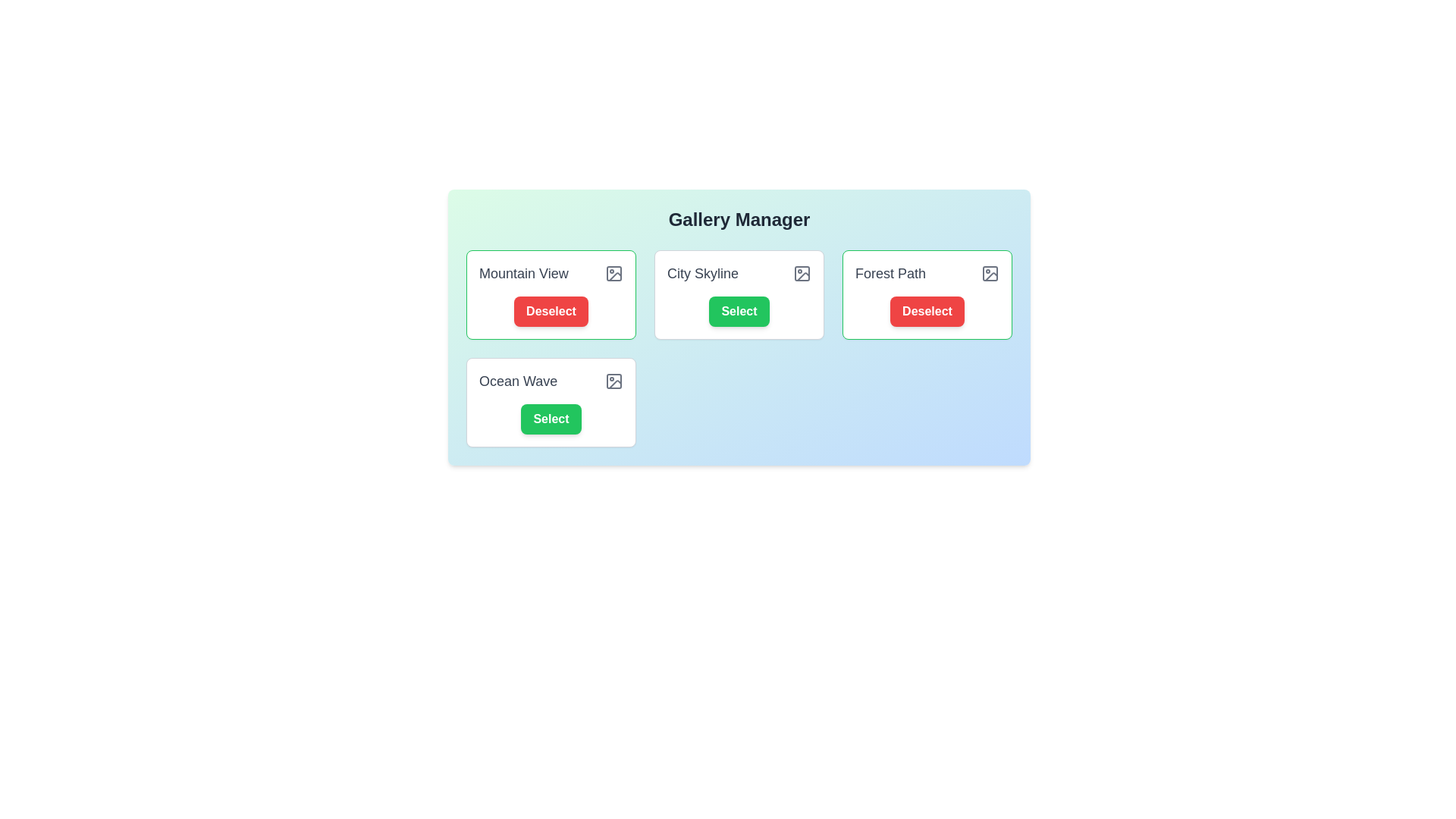 The image size is (1456, 819). I want to click on the photo card labeled 'City Skyline' to observe its hover effect, so click(739, 295).